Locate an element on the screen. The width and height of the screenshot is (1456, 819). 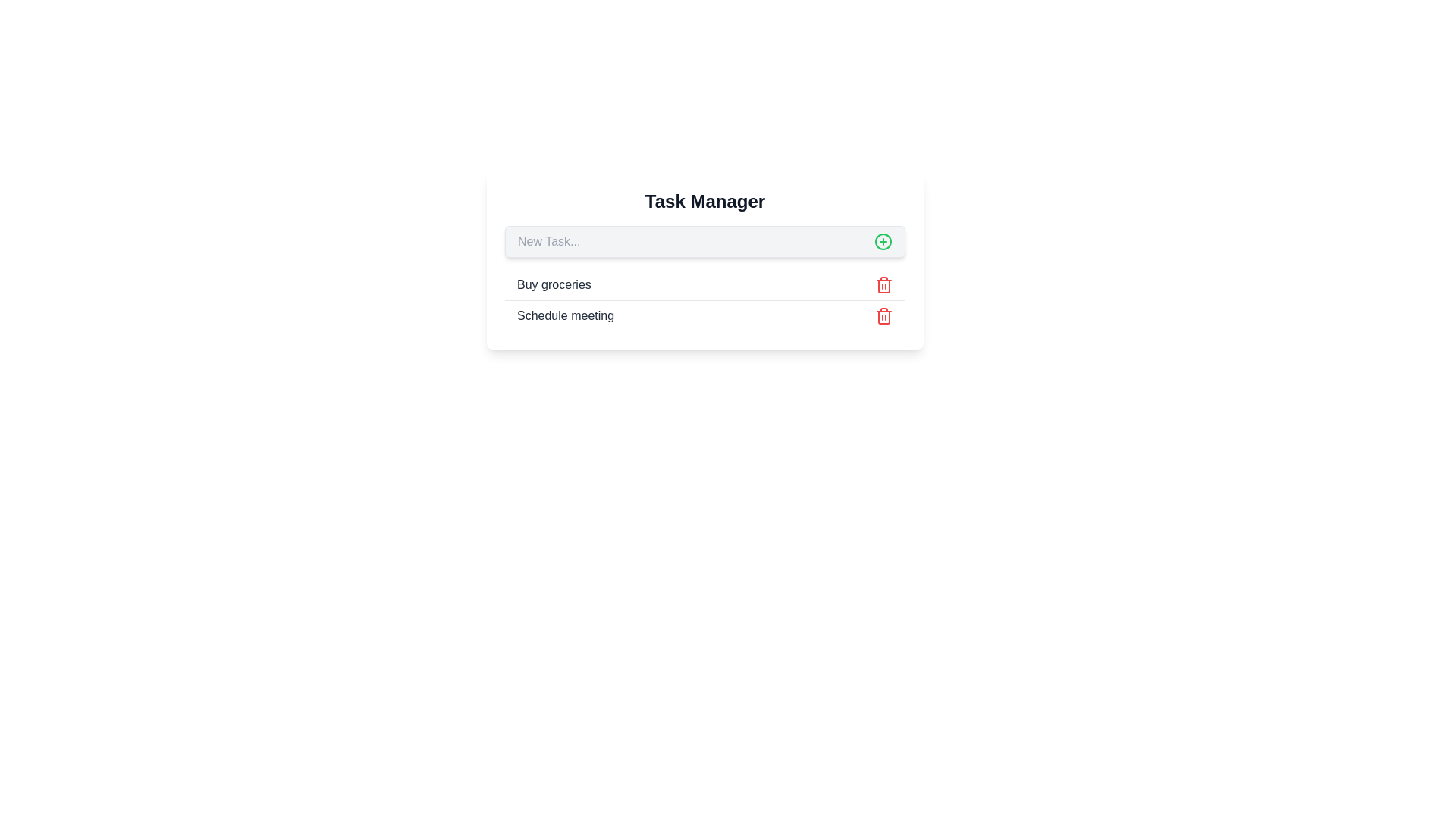
the red trash icon button is located at coordinates (884, 284).